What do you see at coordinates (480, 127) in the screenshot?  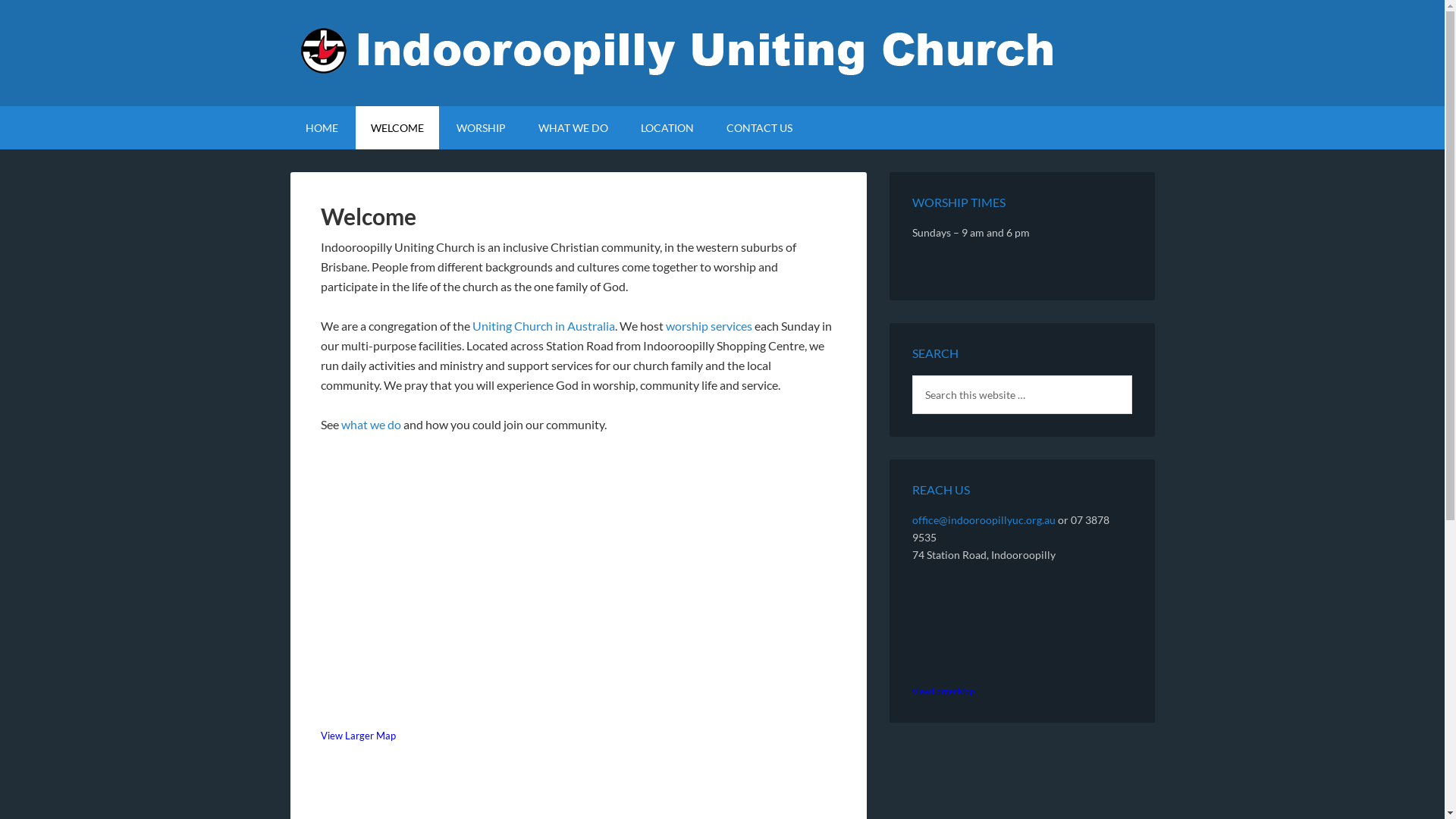 I see `'WORSHIP'` at bounding box center [480, 127].